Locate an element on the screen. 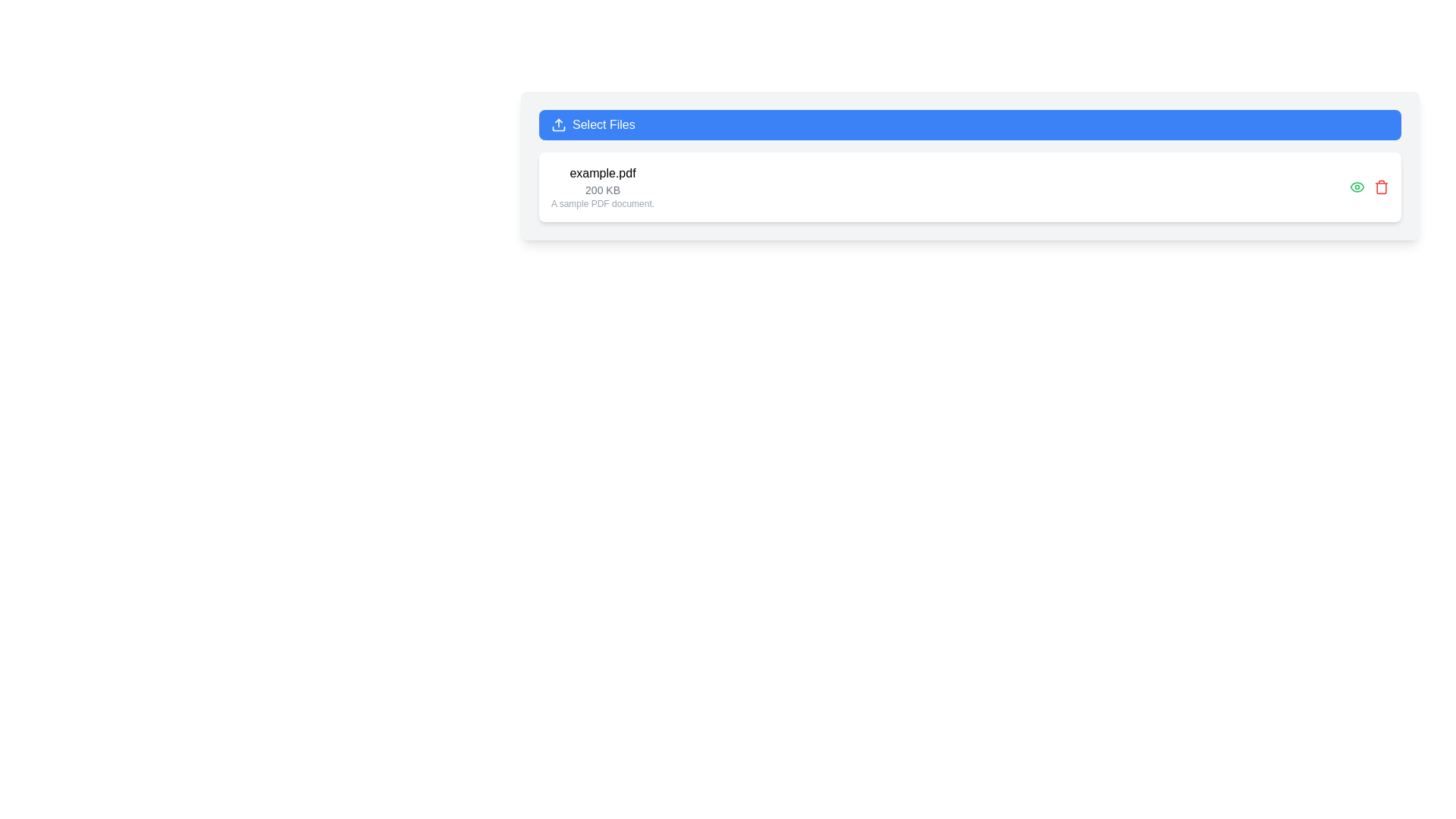 The height and width of the screenshot is (819, 1456). the static text label reading 'A sample PDF document.' which is positioned below the '200 KB' text within a file information card is located at coordinates (602, 203).